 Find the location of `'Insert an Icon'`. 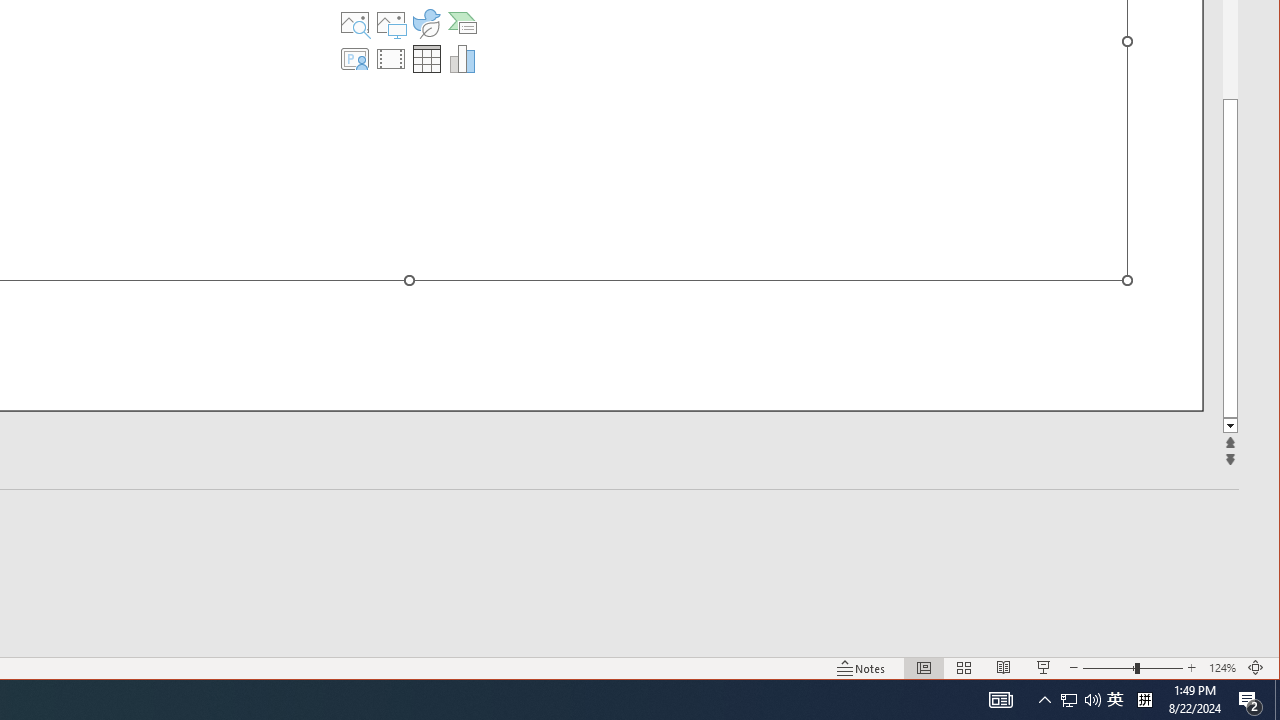

'Insert an Icon' is located at coordinates (425, 23).